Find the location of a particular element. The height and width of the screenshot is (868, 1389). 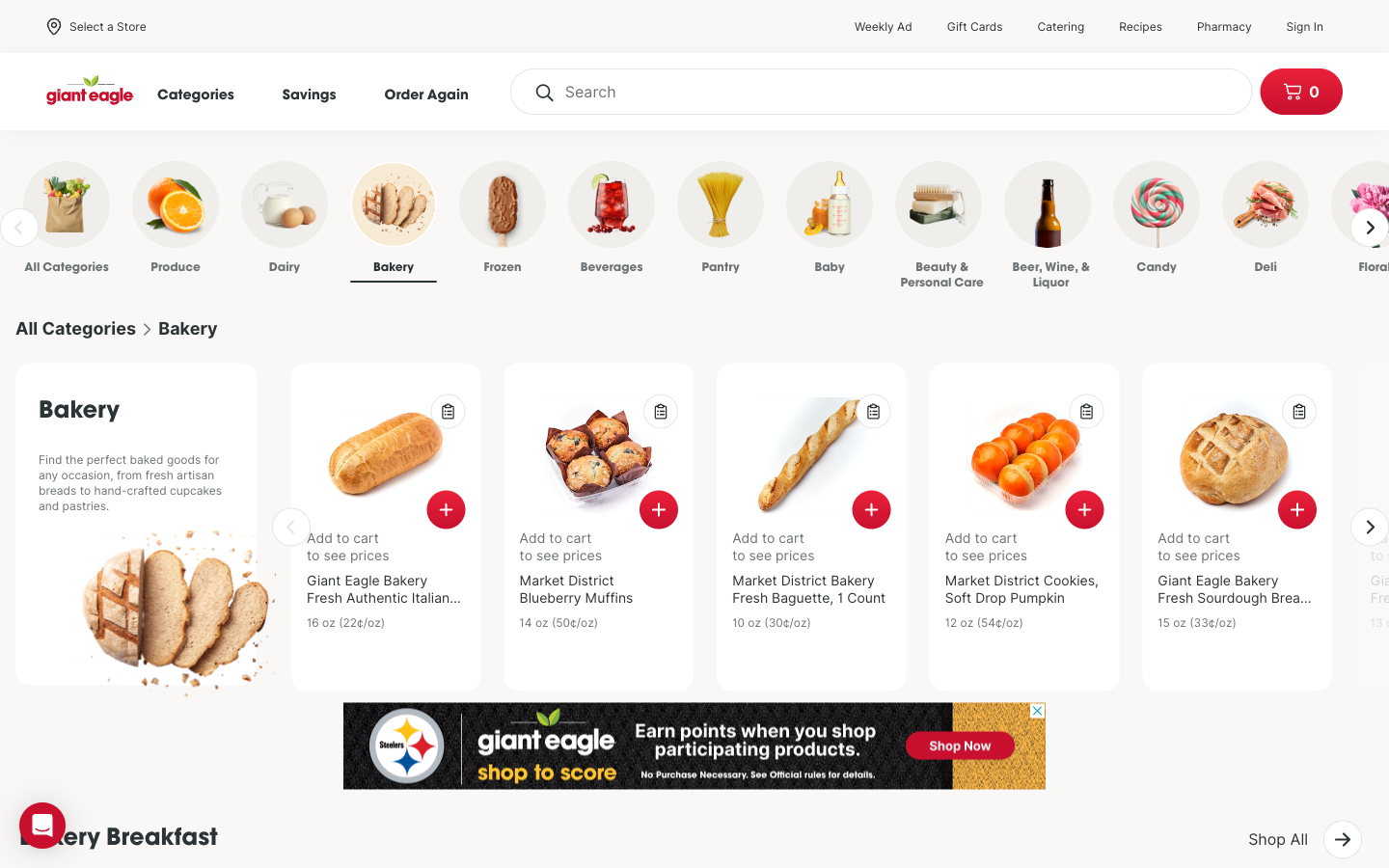

the page showcasing fresh produce is located at coordinates (150, 221).